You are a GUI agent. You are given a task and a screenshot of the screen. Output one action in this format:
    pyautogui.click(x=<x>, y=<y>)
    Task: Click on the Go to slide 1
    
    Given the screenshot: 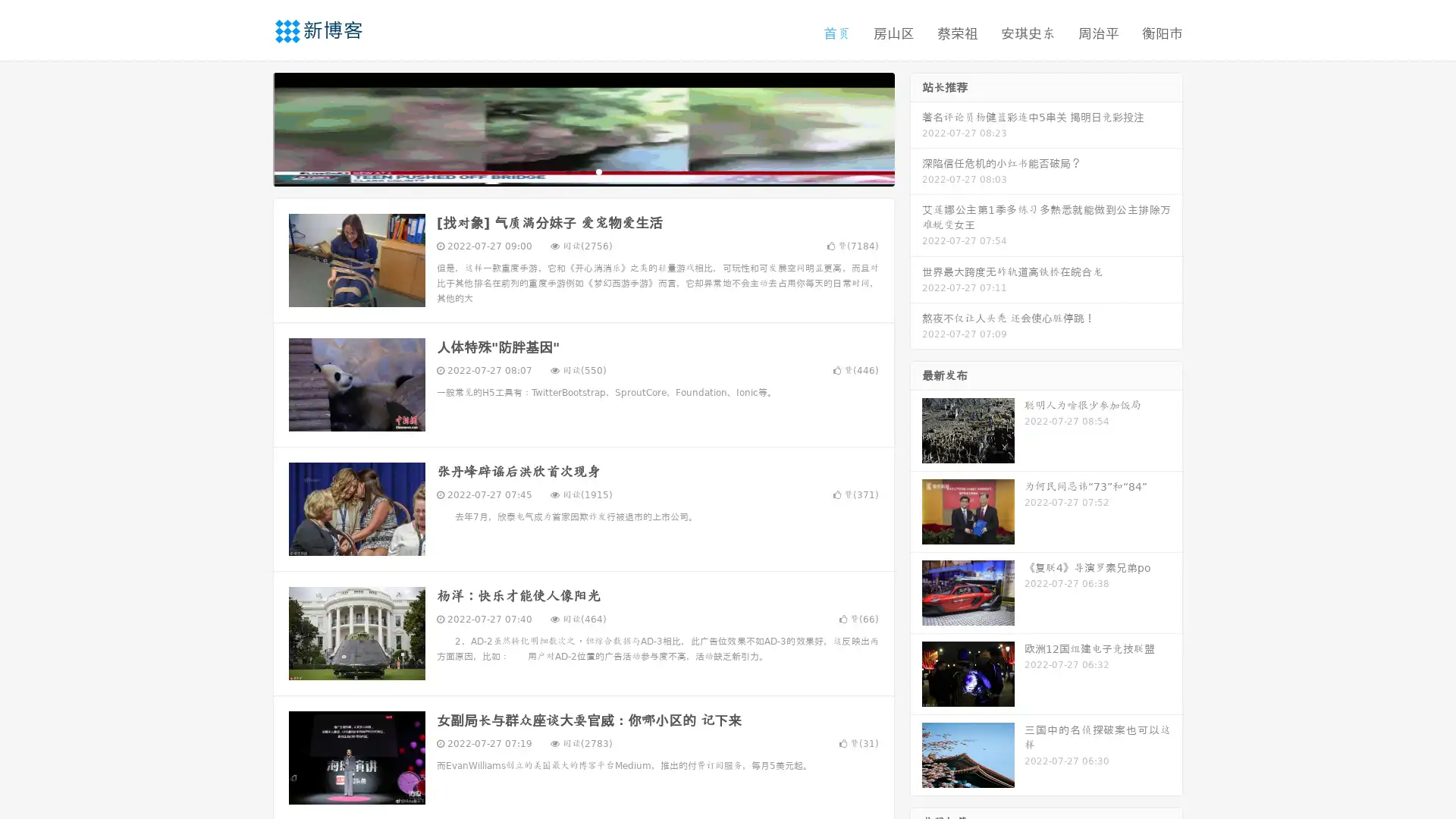 What is the action you would take?
    pyautogui.click(x=567, y=171)
    